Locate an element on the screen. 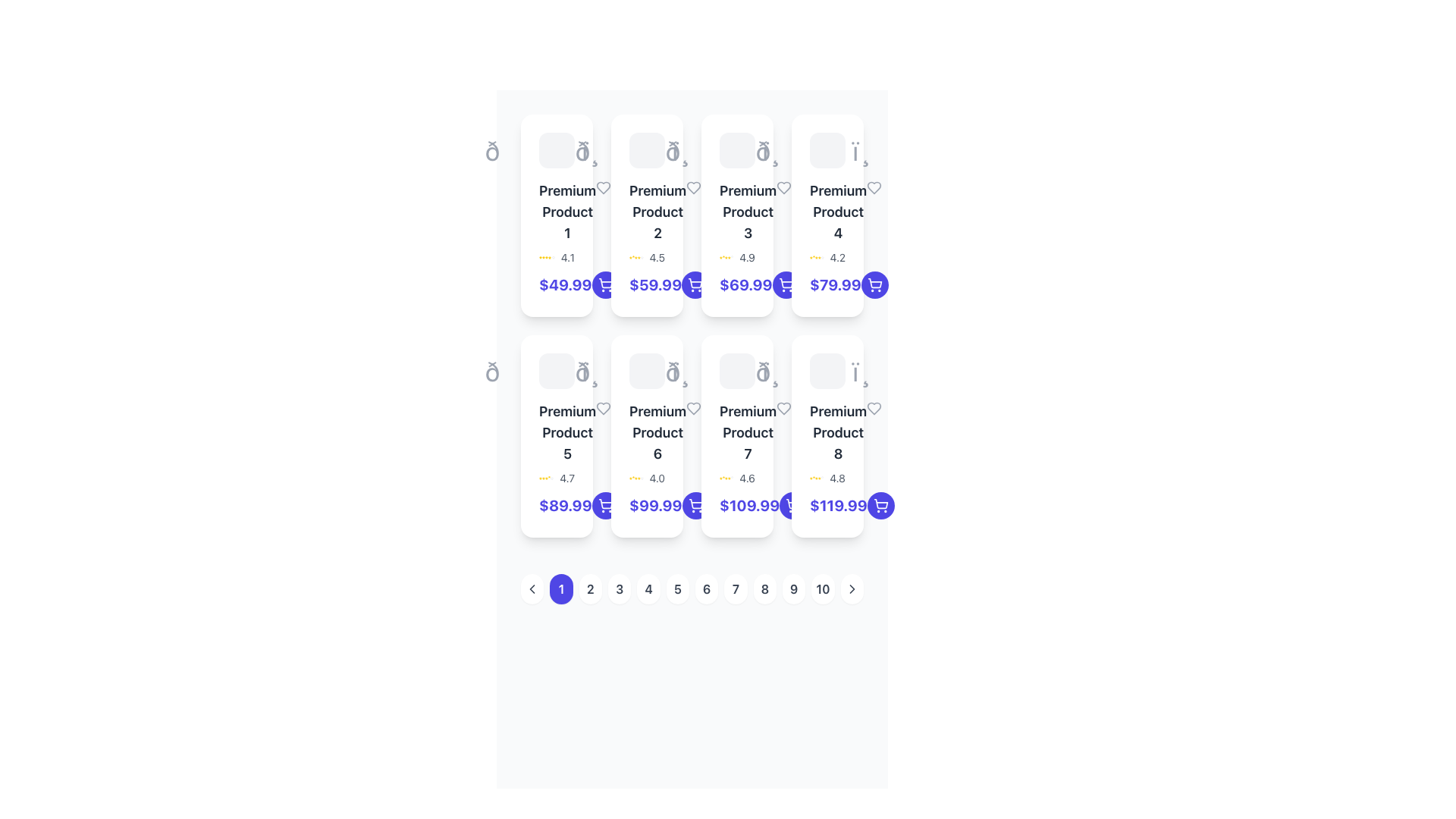 The height and width of the screenshot is (819, 1456). the favorite icon located in the top-right corner of the 'Premium Product 3' card is located at coordinates (784, 187).